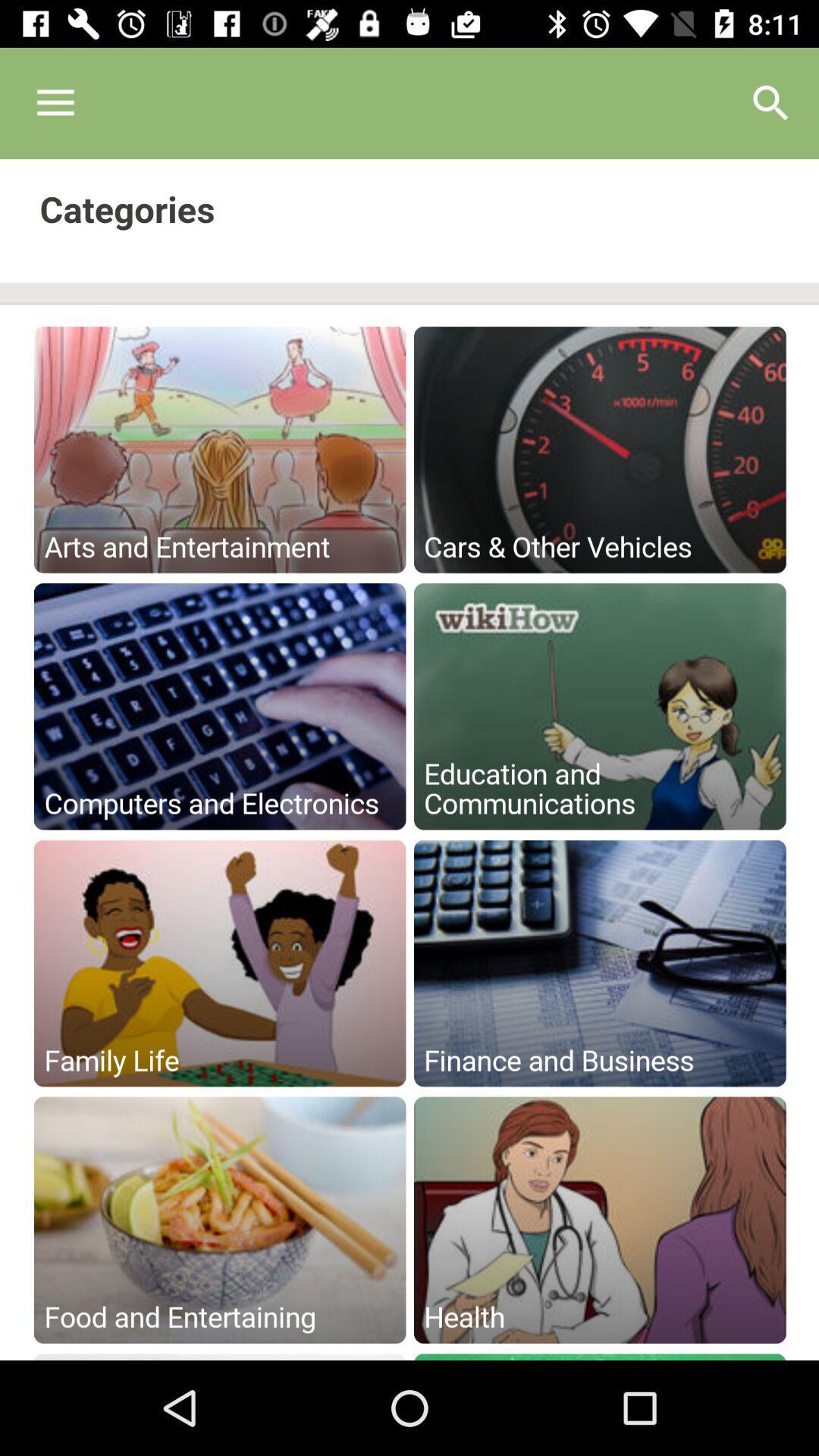 This screenshot has width=819, height=1456. I want to click on description, so click(409, 760).